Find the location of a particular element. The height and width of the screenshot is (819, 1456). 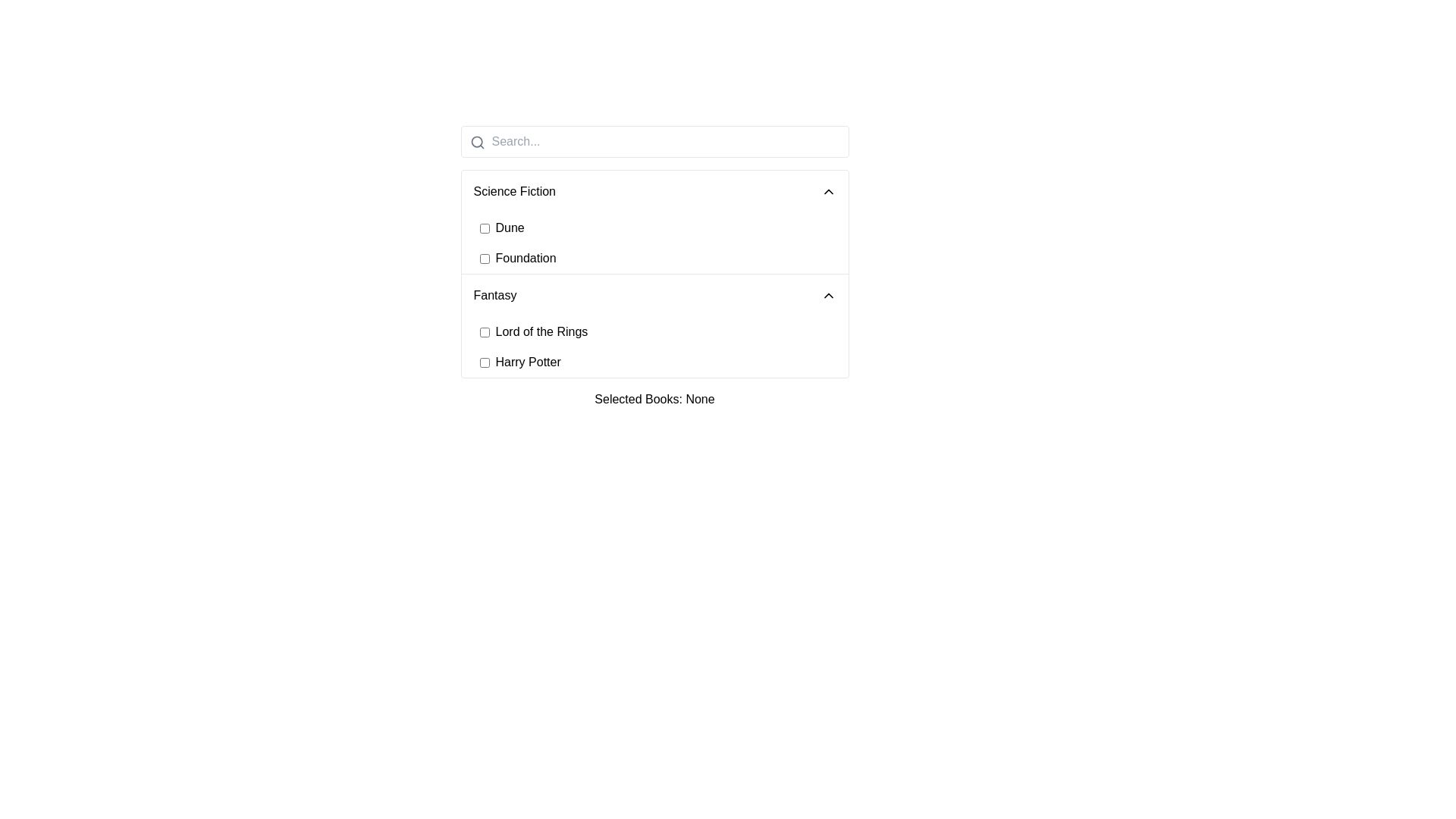

the toggle button for the 'Fantasy' category is located at coordinates (654, 295).